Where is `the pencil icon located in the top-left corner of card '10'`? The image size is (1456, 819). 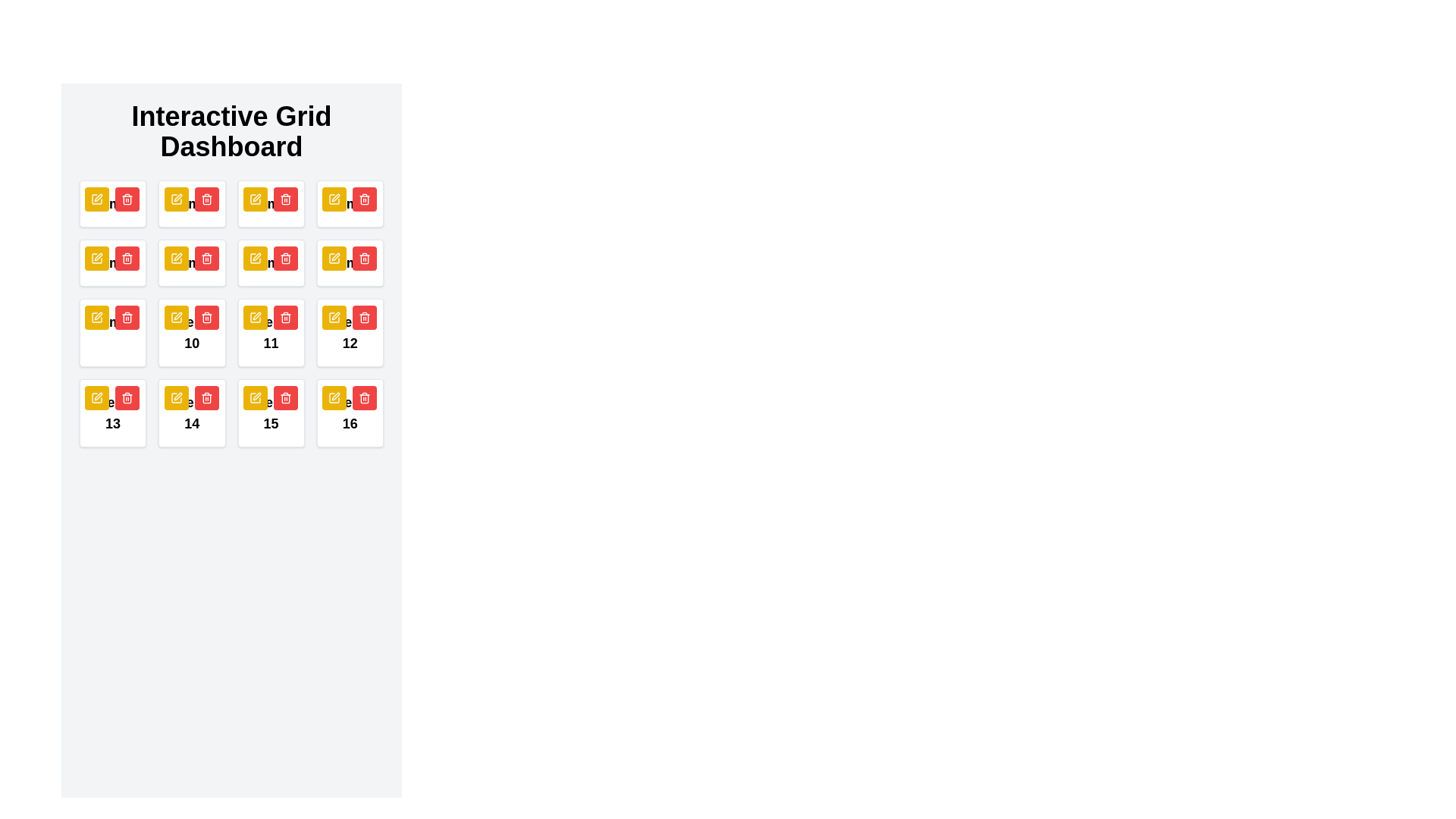
the pencil icon located in the top-left corner of card '10' is located at coordinates (176, 257).